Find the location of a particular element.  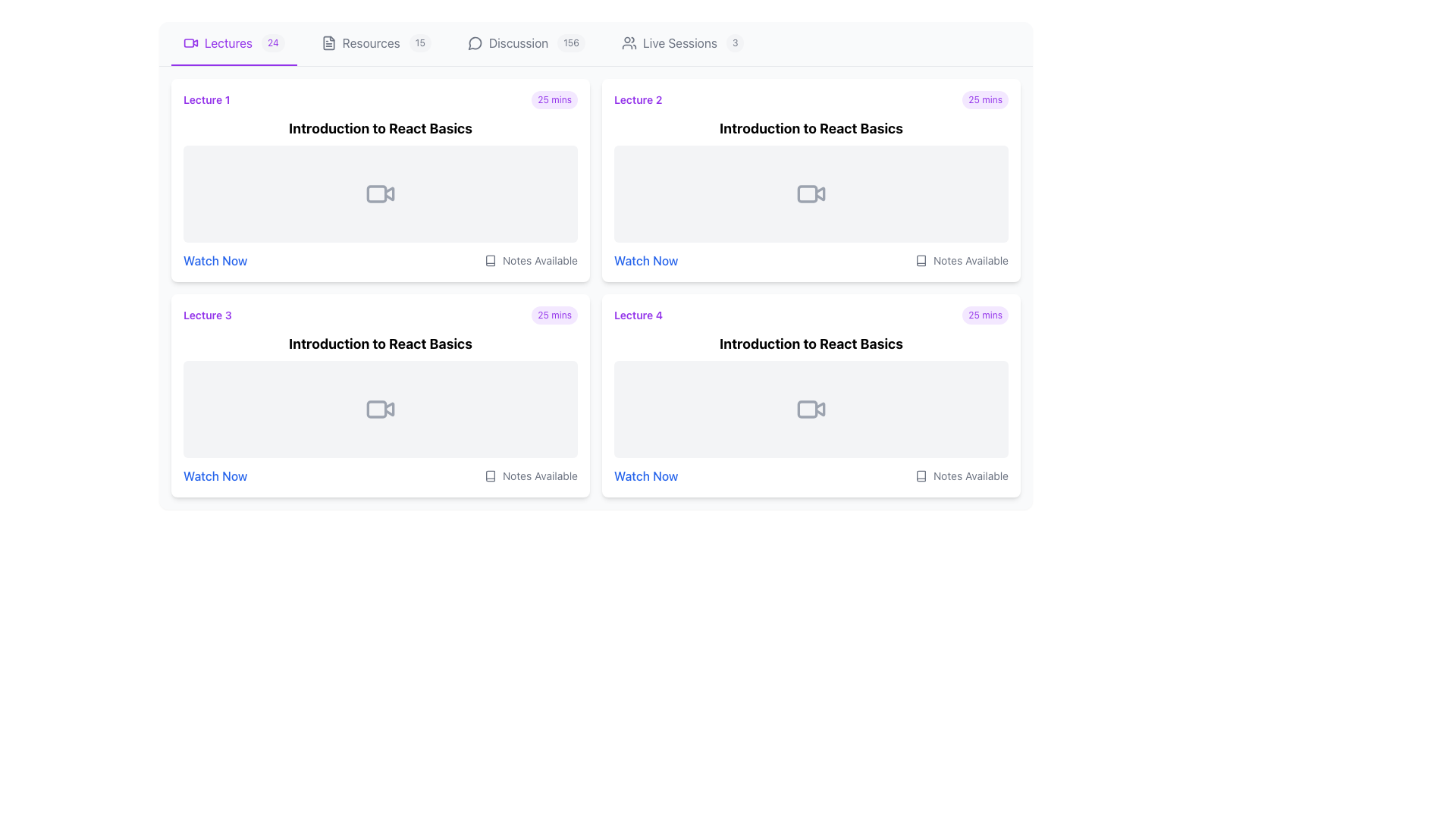

the text label displaying 'Notes Available', which is located in the bottom-right corner of the fourth lecture card, styled in gray and positioned next to a book icon is located at coordinates (540, 475).